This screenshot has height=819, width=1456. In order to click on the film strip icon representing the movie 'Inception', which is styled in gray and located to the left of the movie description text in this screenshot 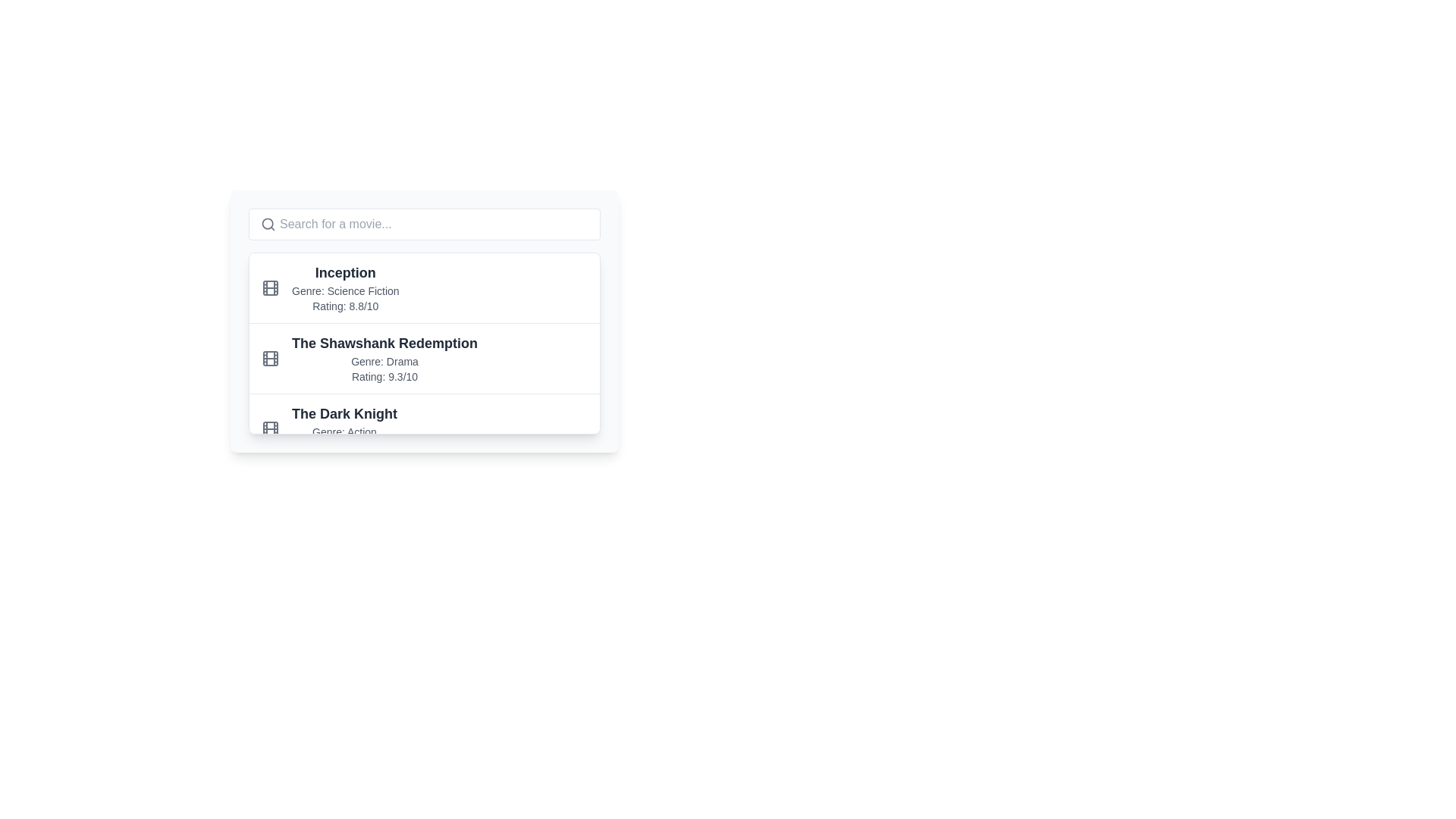, I will do `click(270, 288)`.